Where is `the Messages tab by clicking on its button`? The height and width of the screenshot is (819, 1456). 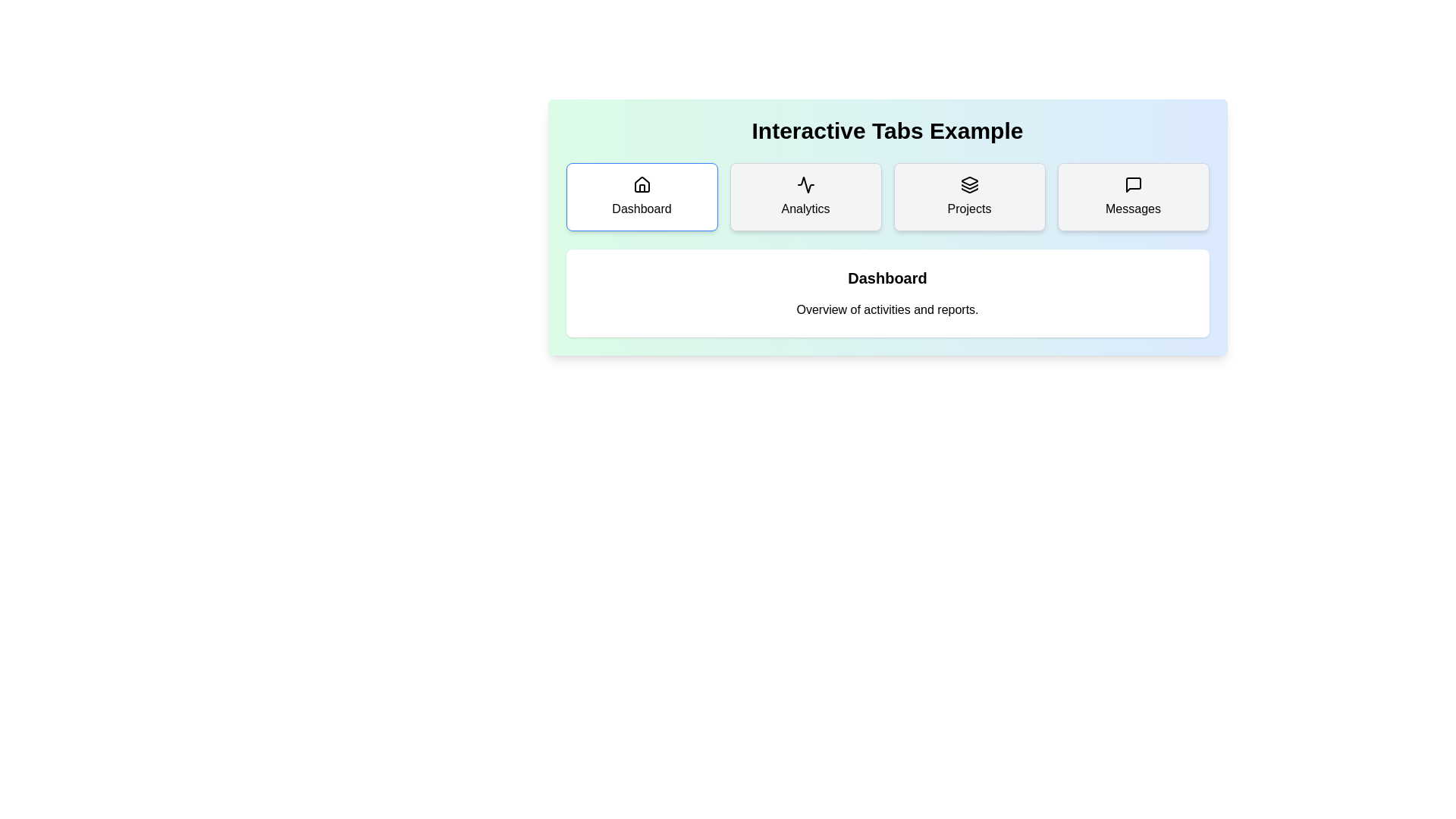 the Messages tab by clicking on its button is located at coordinates (1133, 196).